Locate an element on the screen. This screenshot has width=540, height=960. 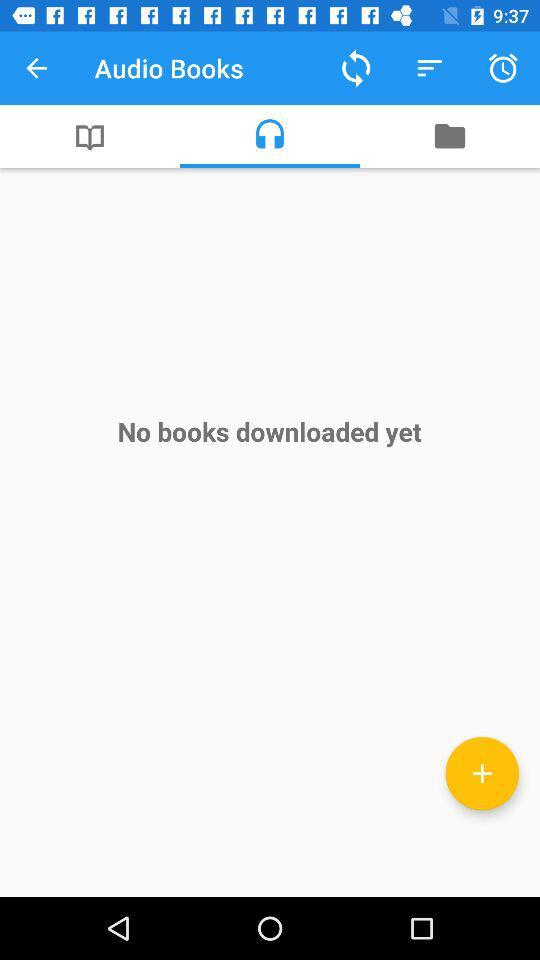
book is located at coordinates (481, 772).